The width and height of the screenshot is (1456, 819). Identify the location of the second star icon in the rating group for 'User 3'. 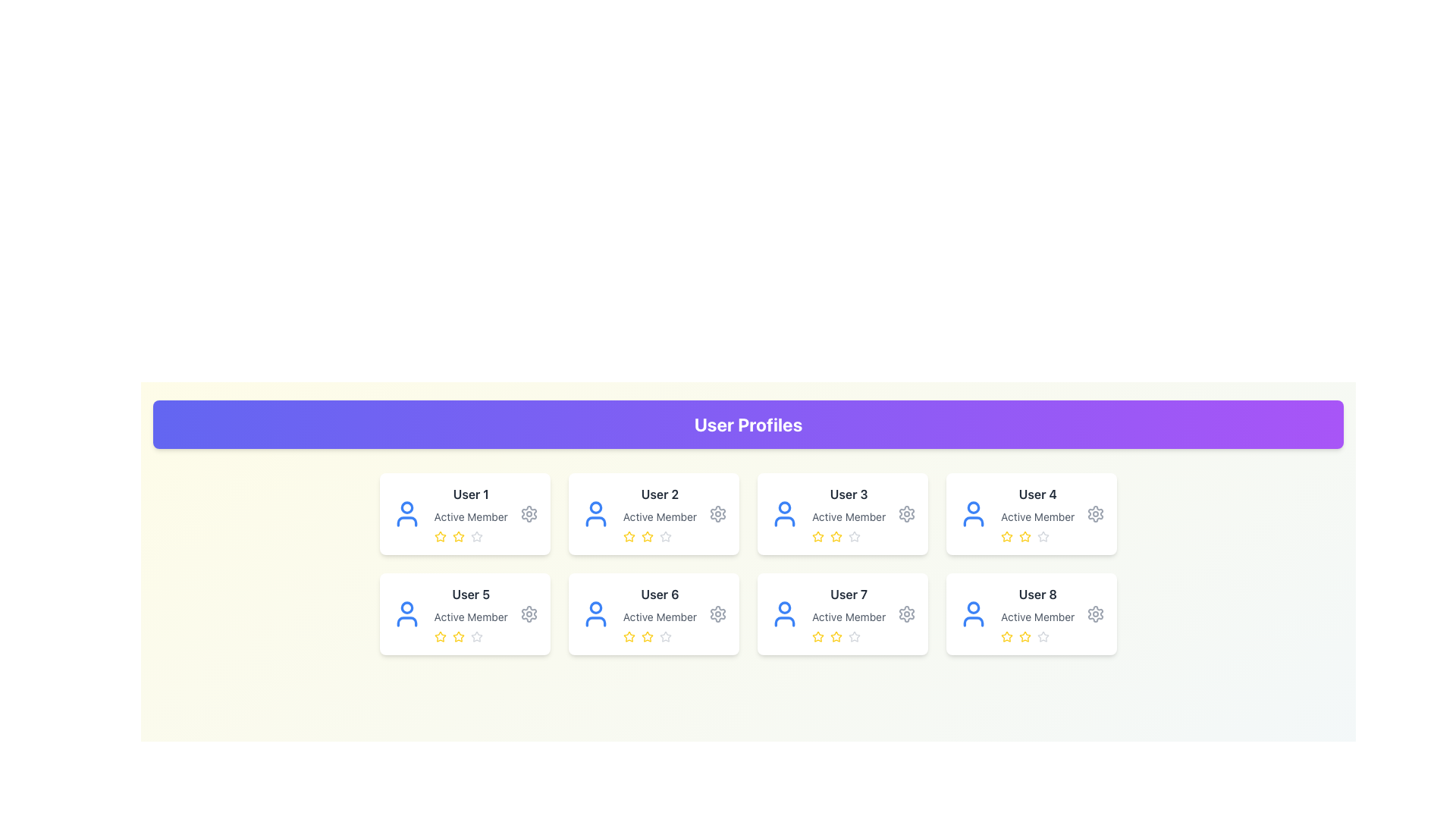
(836, 535).